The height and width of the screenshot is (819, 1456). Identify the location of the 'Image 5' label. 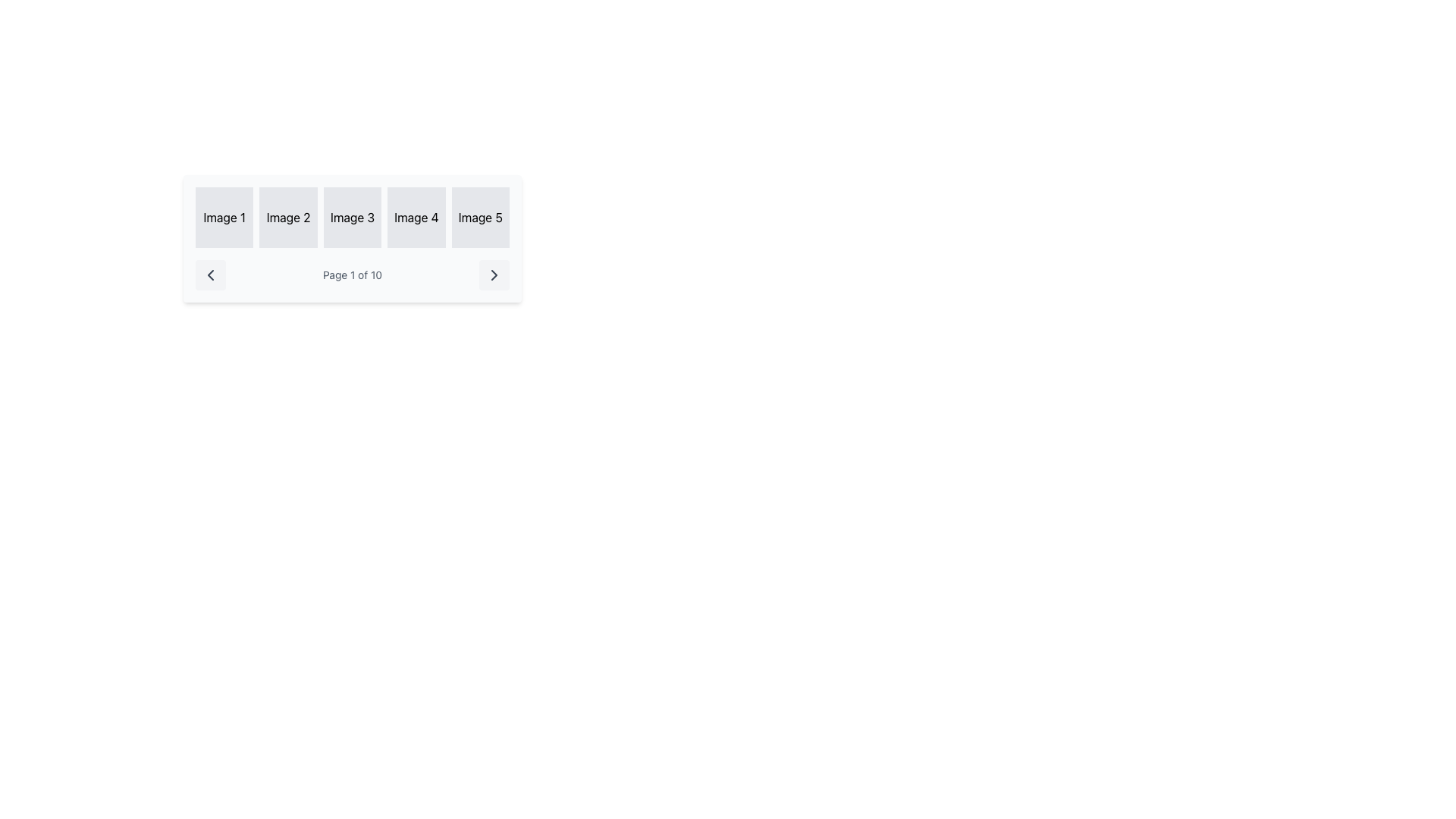
(479, 217).